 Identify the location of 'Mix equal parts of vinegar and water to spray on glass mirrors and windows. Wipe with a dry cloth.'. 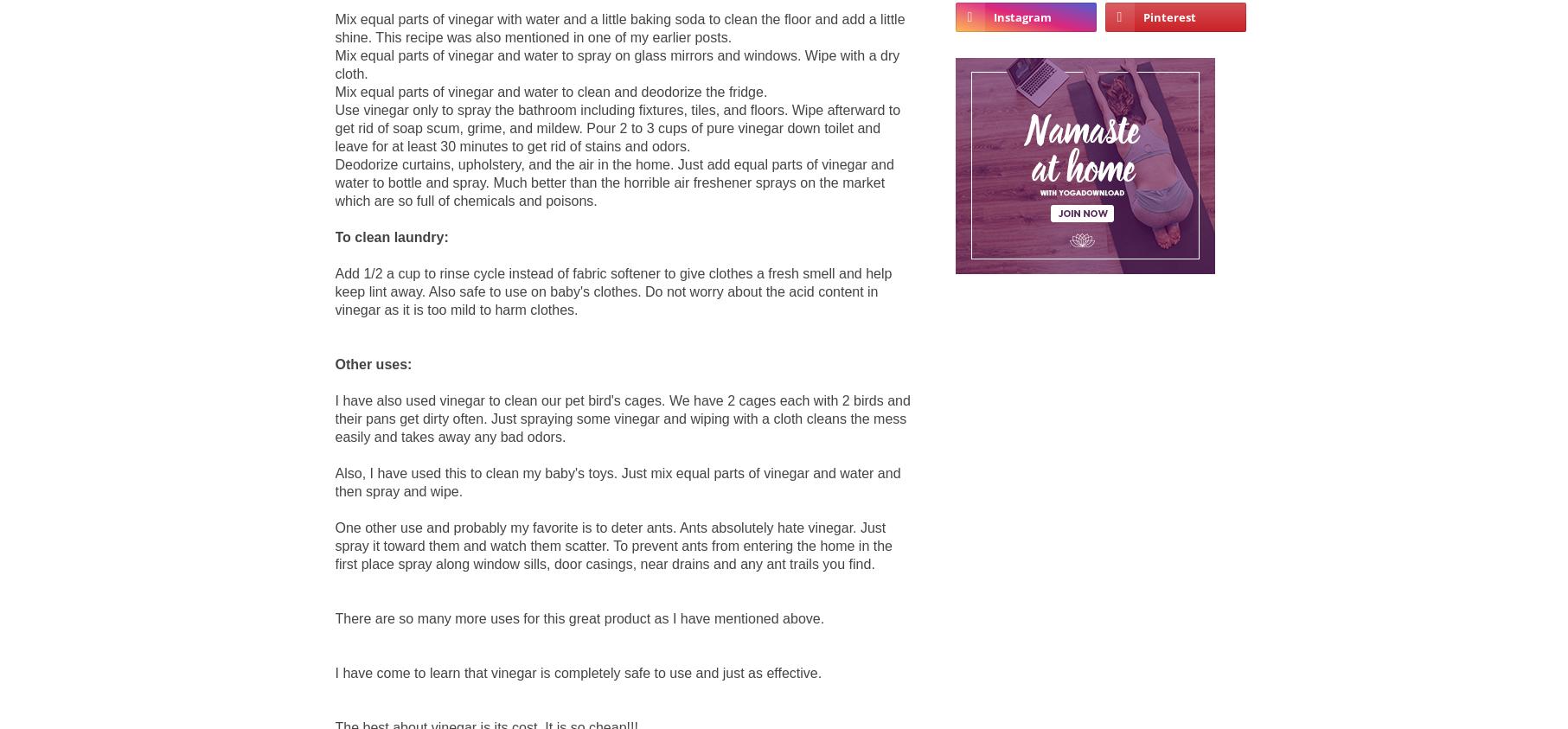
(616, 63).